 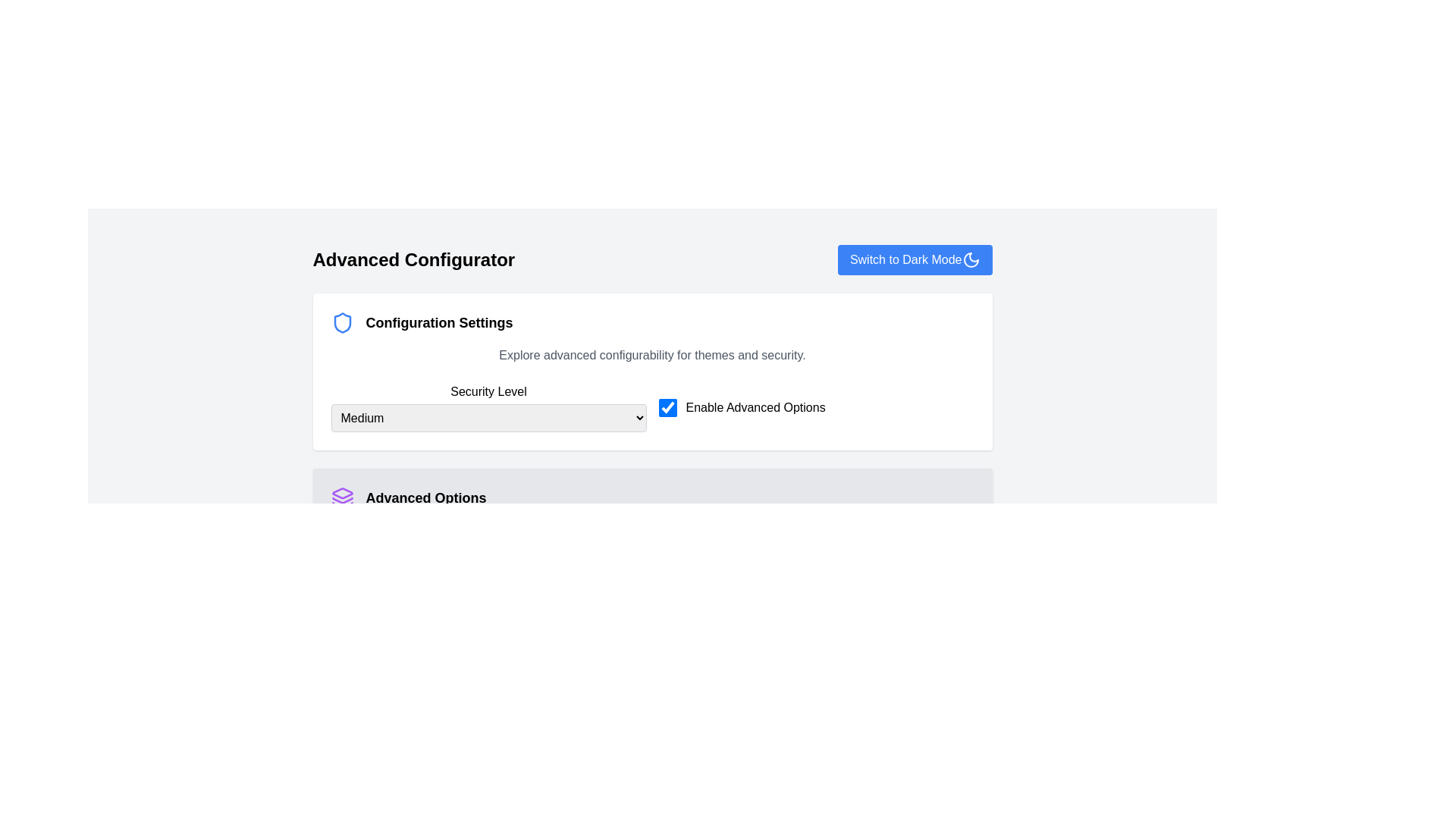 What do you see at coordinates (341, 322) in the screenshot?
I see `the blue shield icon located at the left of the 'Configuration Settings' section header, which features a clean and minimalist line art style, representing security or protection` at bounding box center [341, 322].